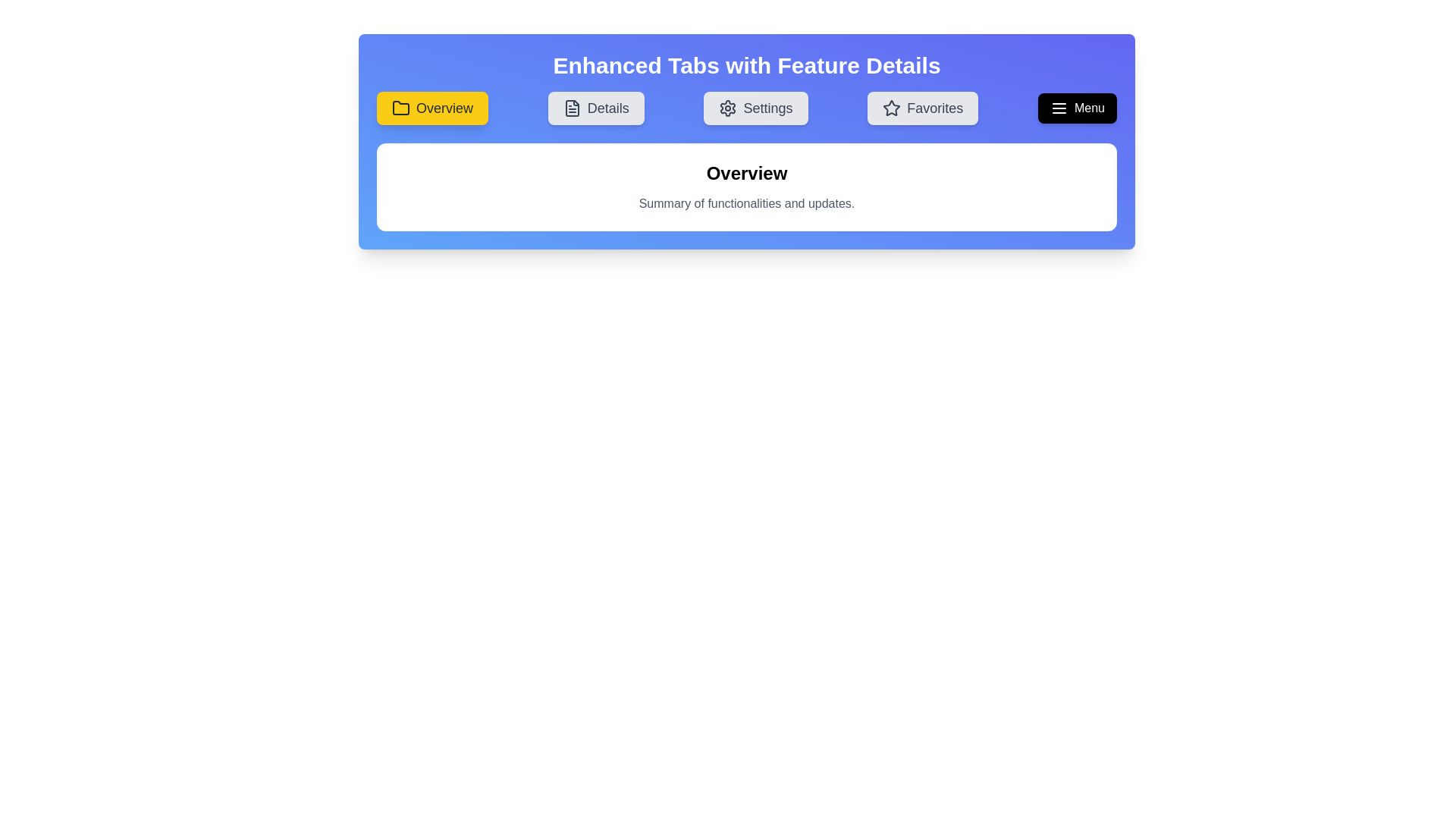  Describe the element at coordinates (1058, 107) in the screenshot. I see `the menu indicator icon, which is part of the 'Menu' button located` at that location.